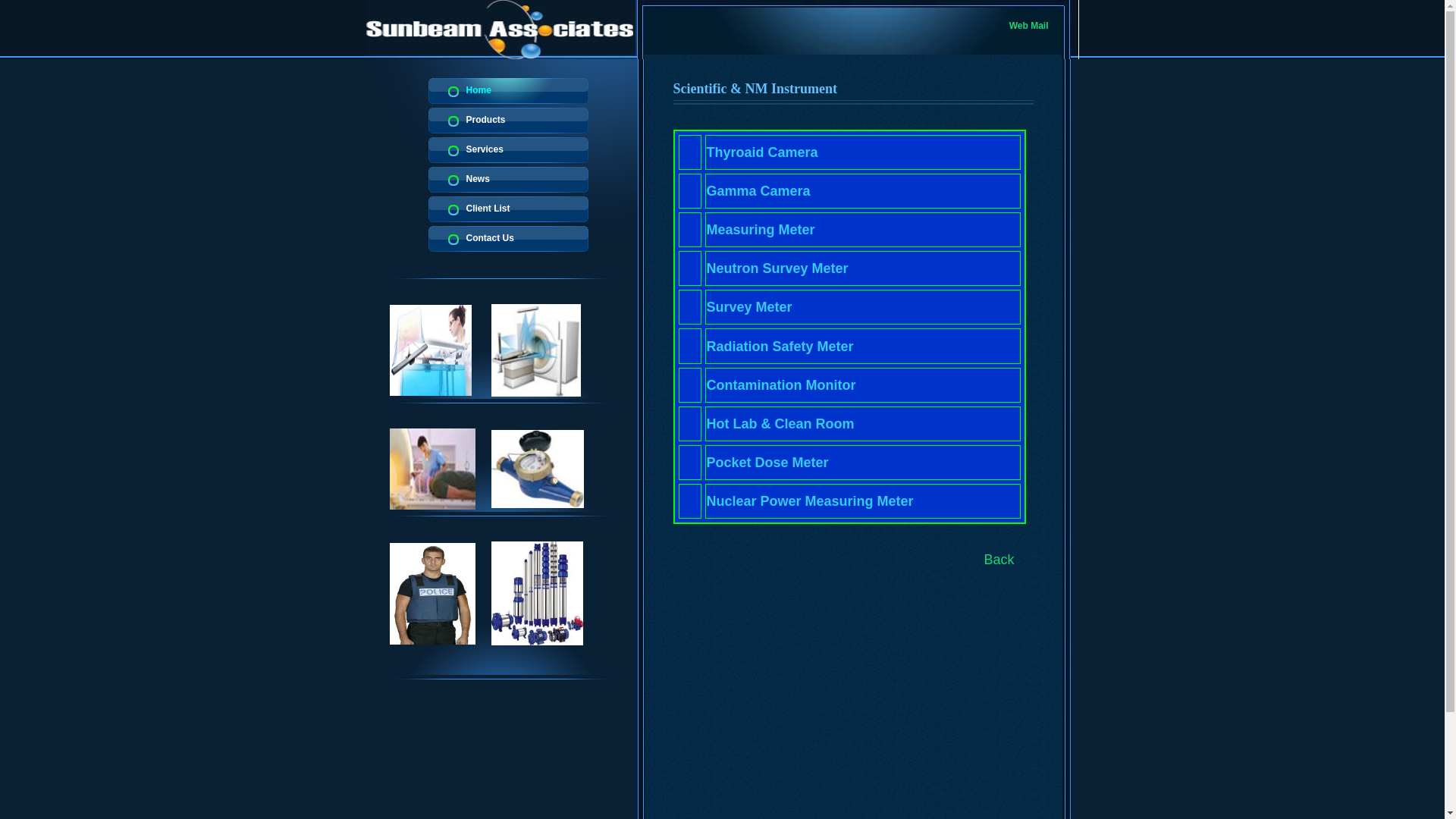  I want to click on 'Services', so click(507, 149).